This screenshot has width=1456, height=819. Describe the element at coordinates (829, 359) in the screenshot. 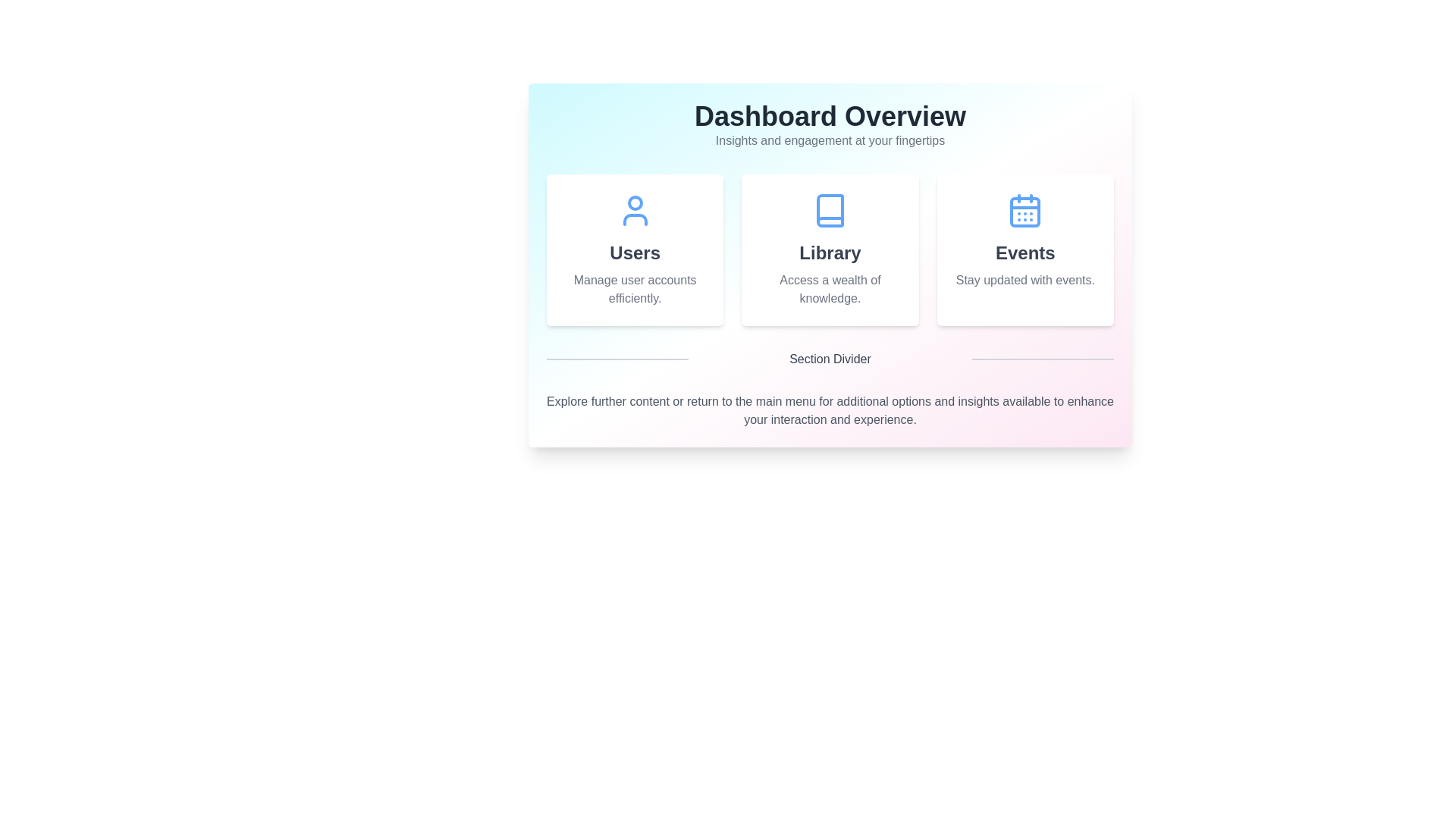

I see `the Text label element that serves as a visual and textual separator, which is centrally aligned and located below the main content section` at that location.